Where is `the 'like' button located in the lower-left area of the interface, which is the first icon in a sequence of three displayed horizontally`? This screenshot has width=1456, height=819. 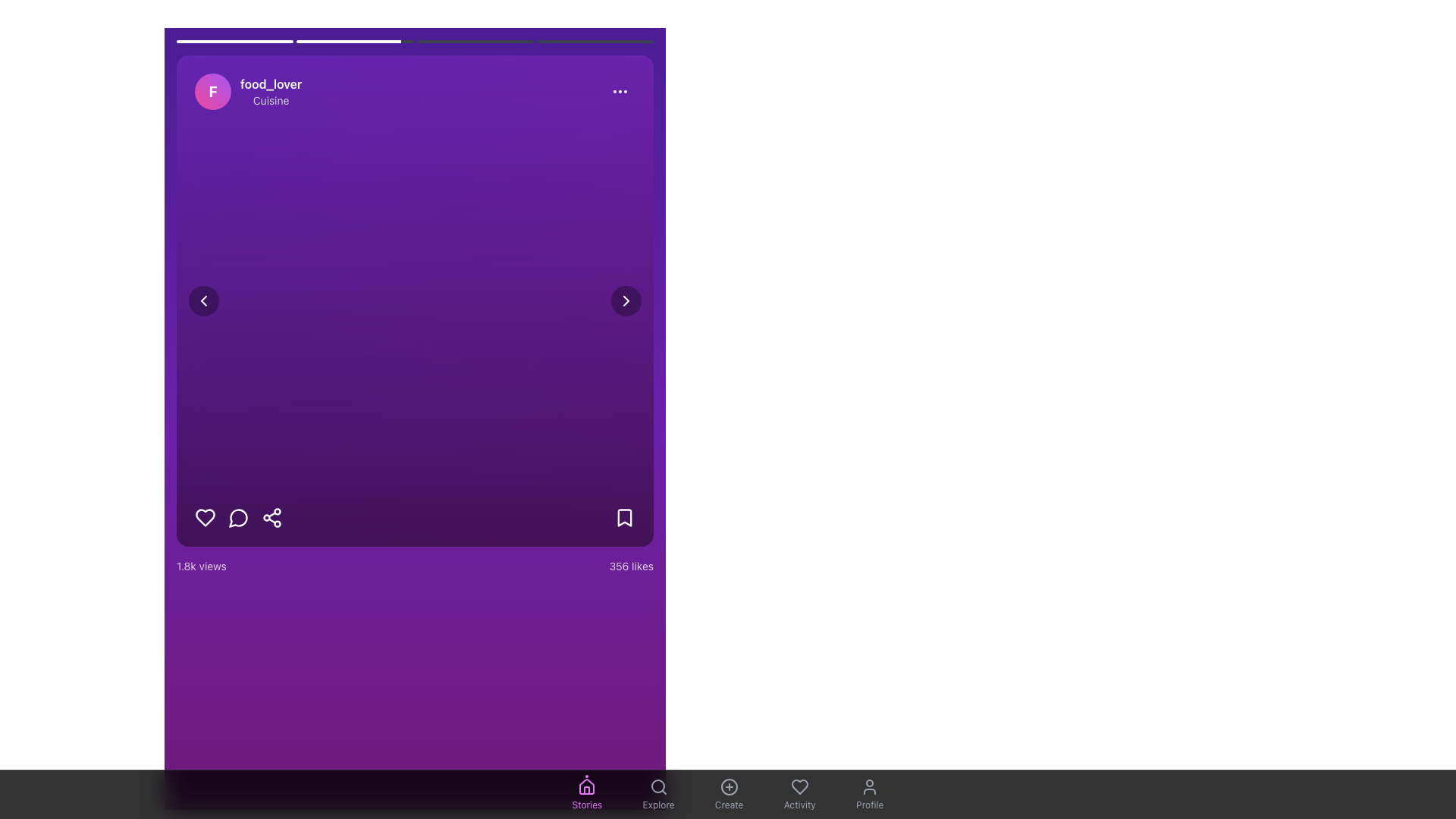
the 'like' button located in the lower-left area of the interface, which is the first icon in a sequence of three displayed horizontally is located at coordinates (204, 516).